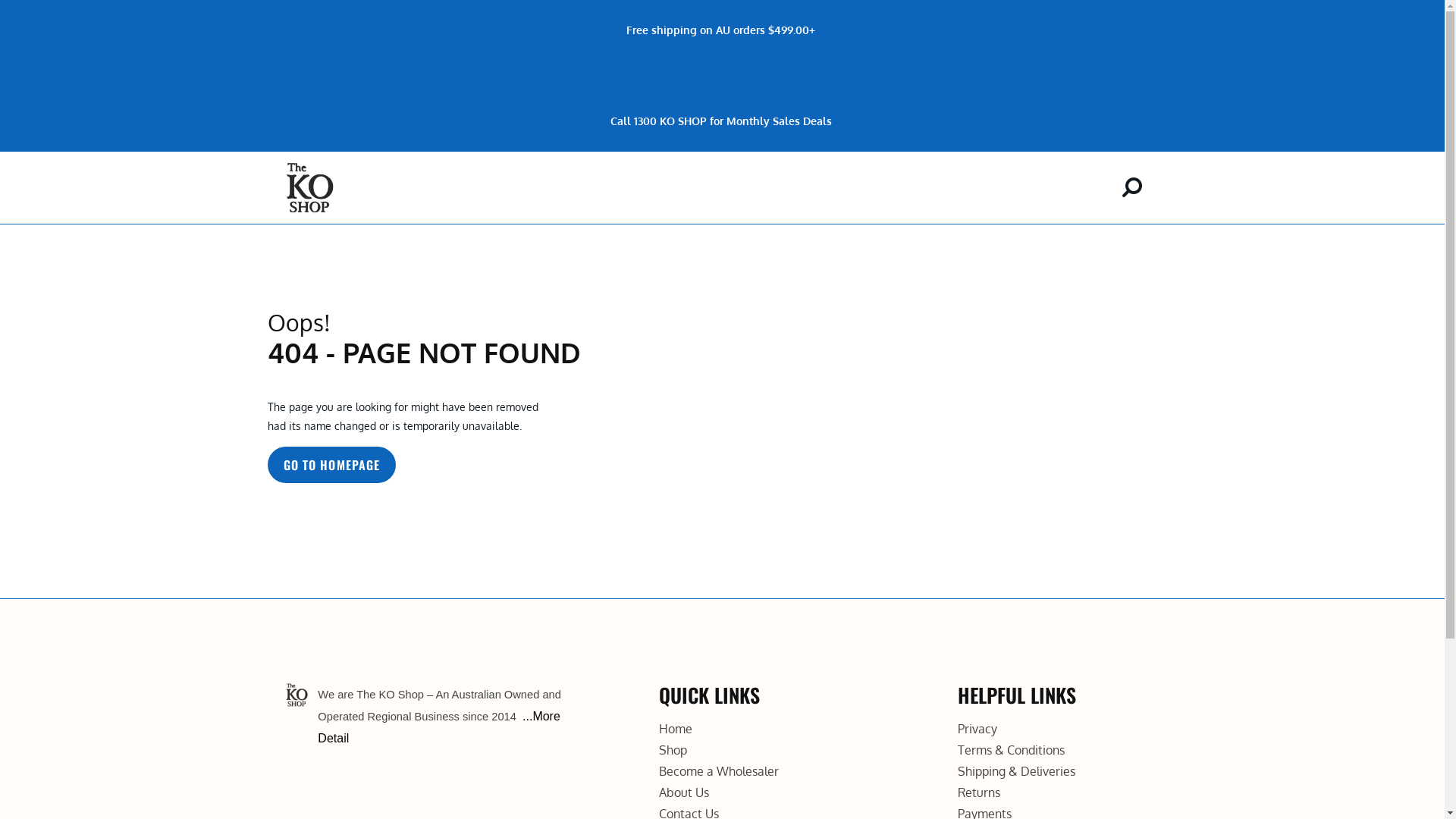  What do you see at coordinates (1011, 748) in the screenshot?
I see `'Terms & Conditions'` at bounding box center [1011, 748].